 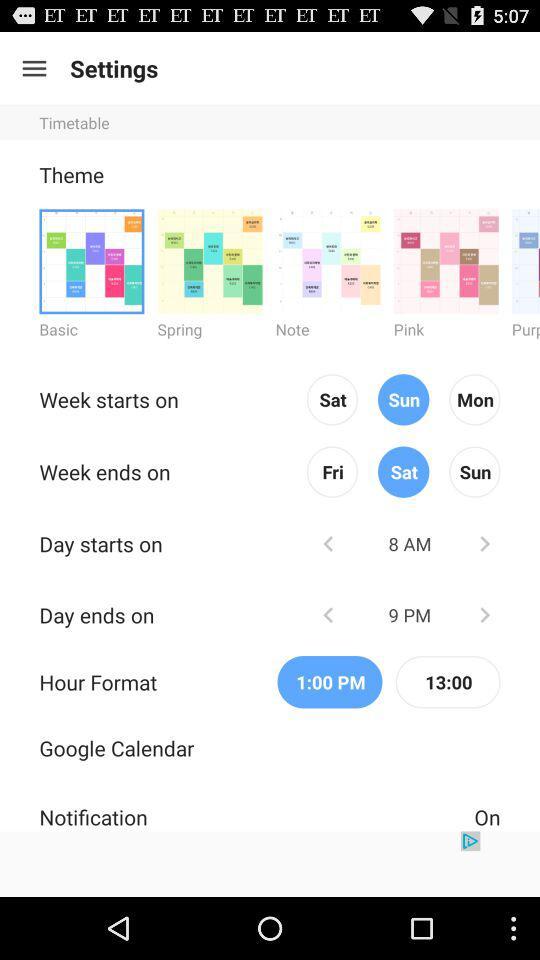 I want to click on next hour option, so click(x=483, y=613).